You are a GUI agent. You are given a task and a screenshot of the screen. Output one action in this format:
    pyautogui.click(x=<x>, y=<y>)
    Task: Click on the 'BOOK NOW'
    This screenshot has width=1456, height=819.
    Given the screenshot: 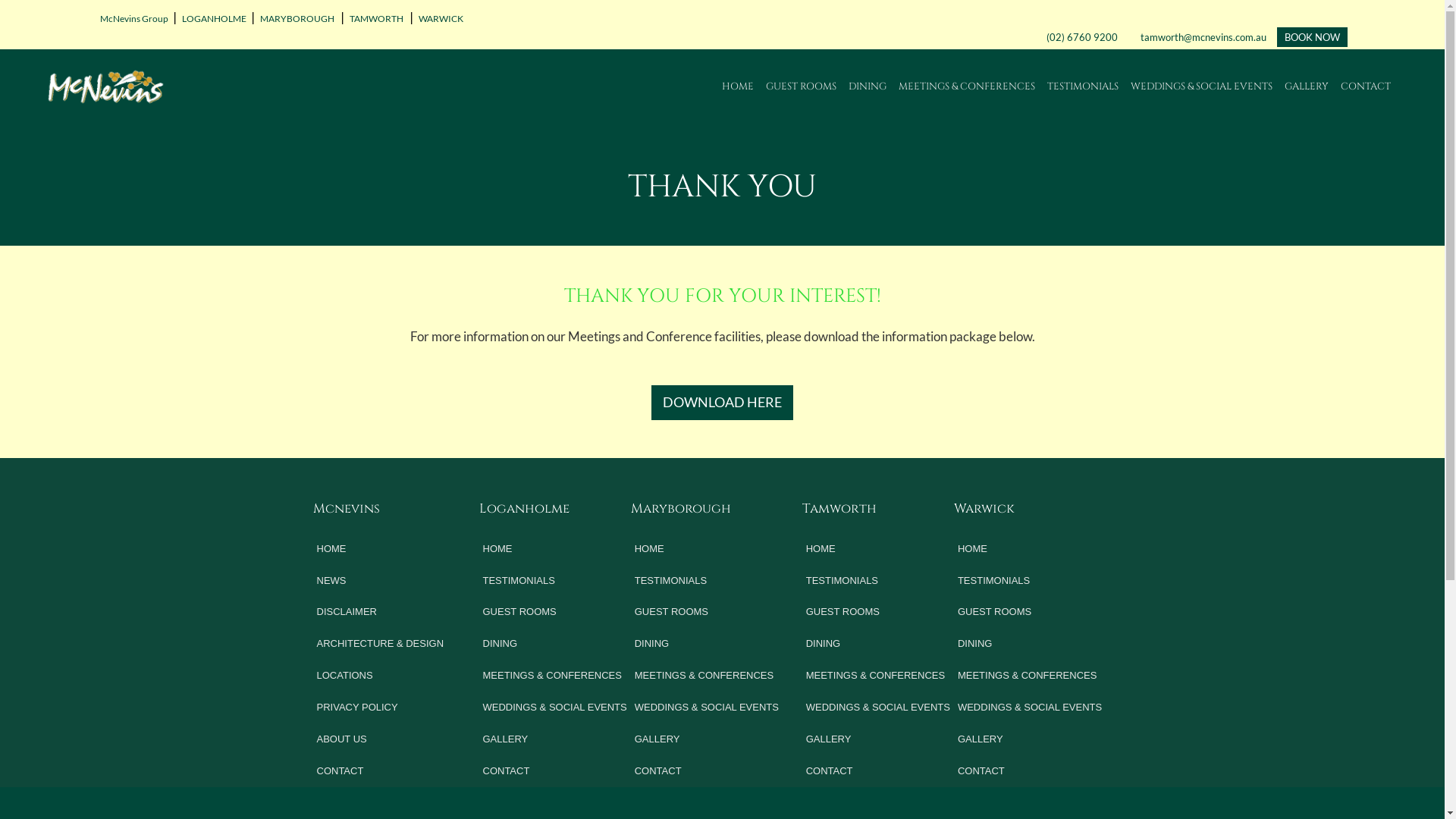 What is the action you would take?
    pyautogui.click(x=1311, y=36)
    